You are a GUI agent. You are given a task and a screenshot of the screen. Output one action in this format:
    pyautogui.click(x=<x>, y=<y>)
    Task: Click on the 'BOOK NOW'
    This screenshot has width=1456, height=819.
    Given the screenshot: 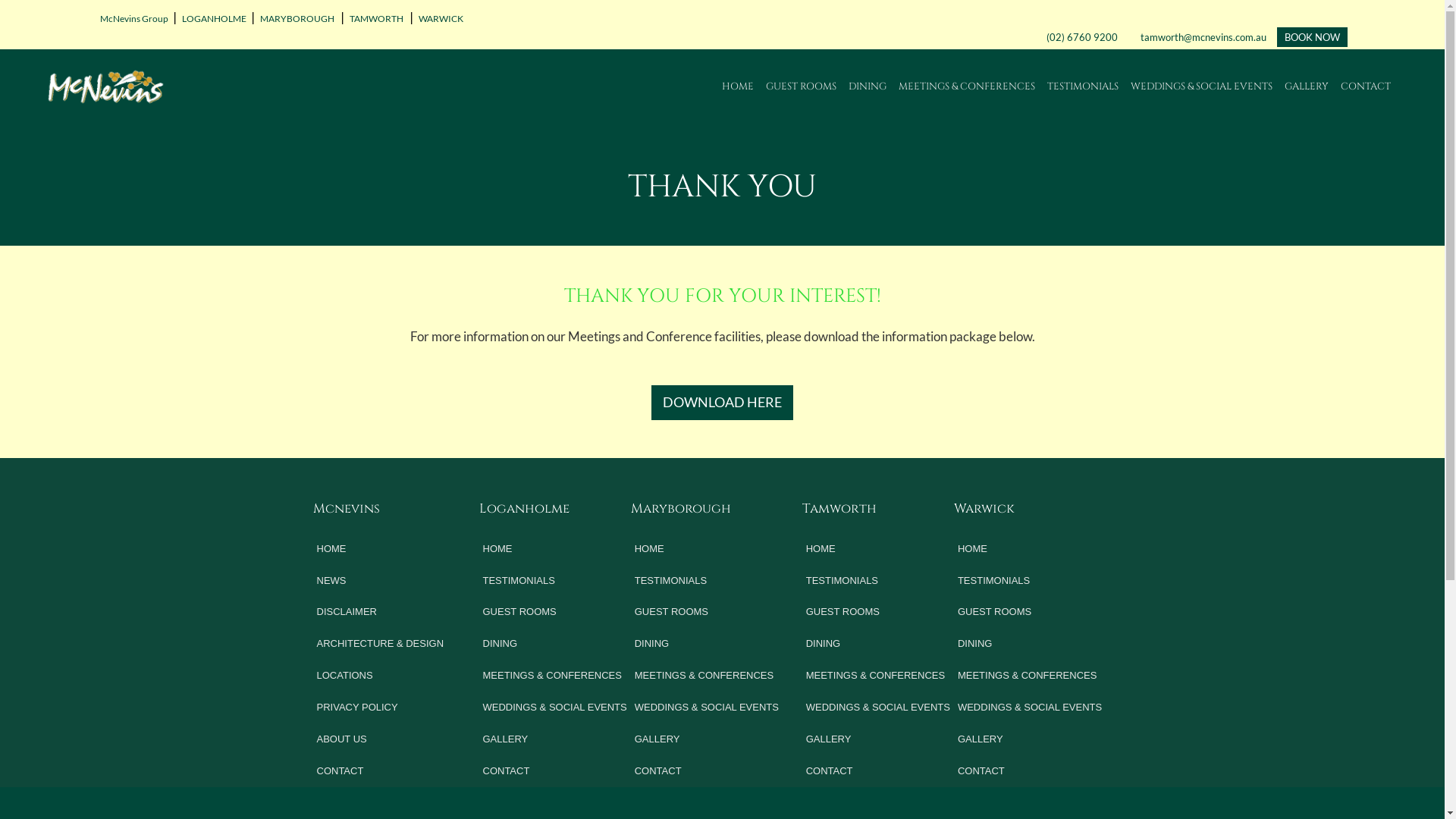 What is the action you would take?
    pyautogui.click(x=1311, y=36)
    